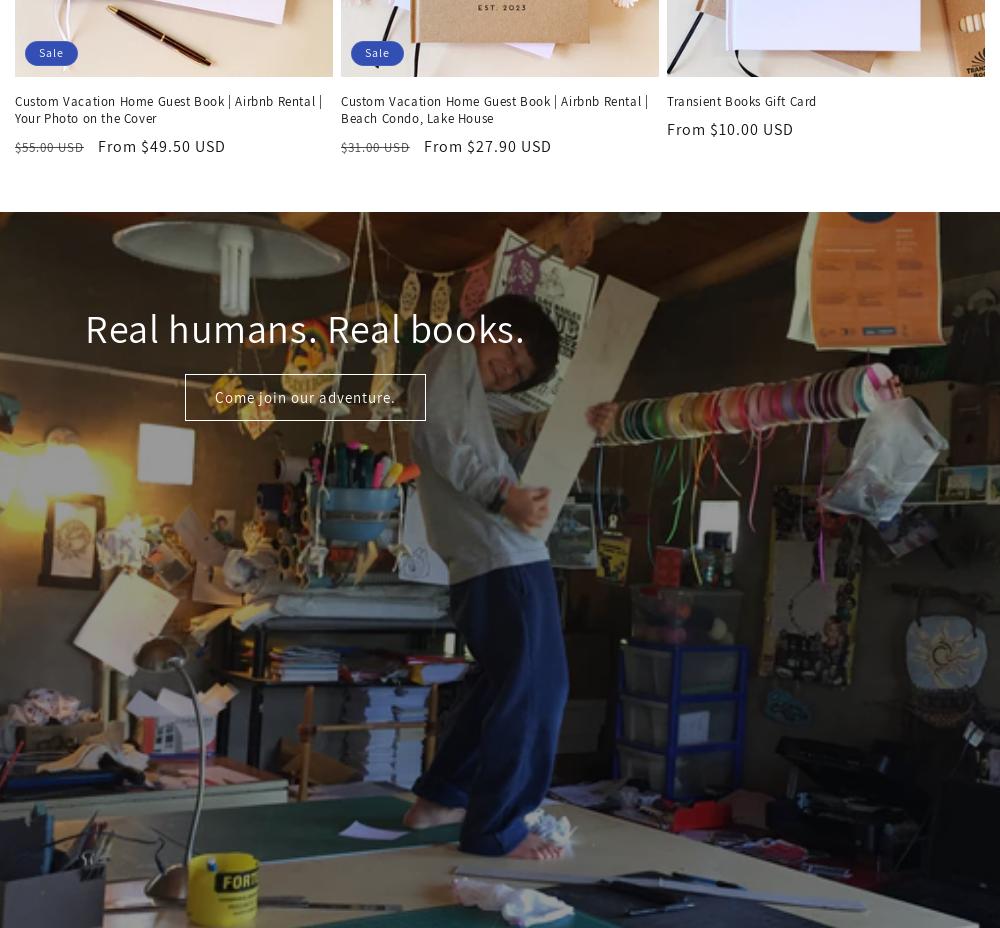 Image resolution: width=1000 pixels, height=928 pixels. What do you see at coordinates (49, 146) in the screenshot?
I see `'$55.00 USD'` at bounding box center [49, 146].